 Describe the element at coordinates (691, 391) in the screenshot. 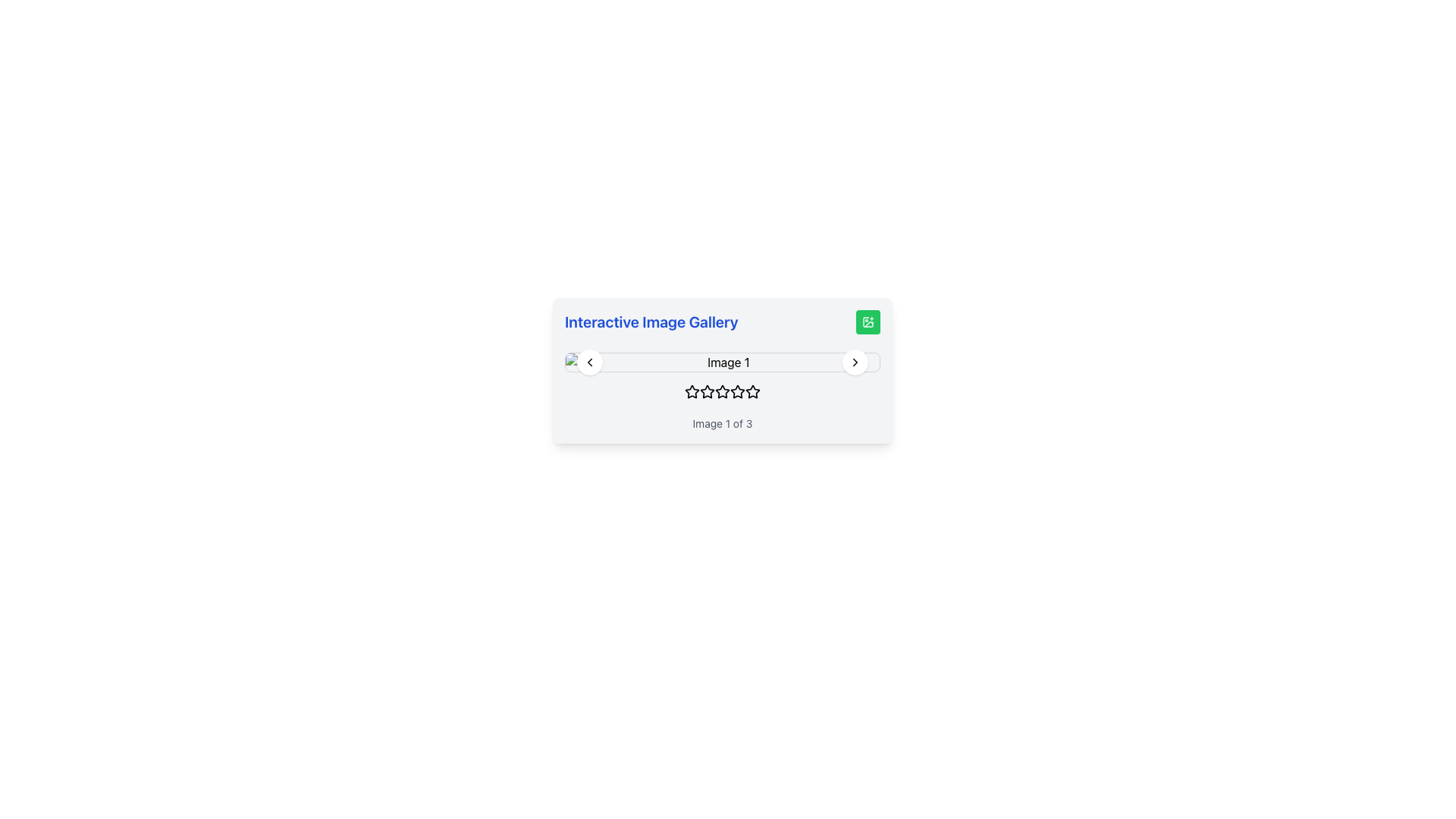

I see `the first star icon in the Rating Star Widget` at that location.